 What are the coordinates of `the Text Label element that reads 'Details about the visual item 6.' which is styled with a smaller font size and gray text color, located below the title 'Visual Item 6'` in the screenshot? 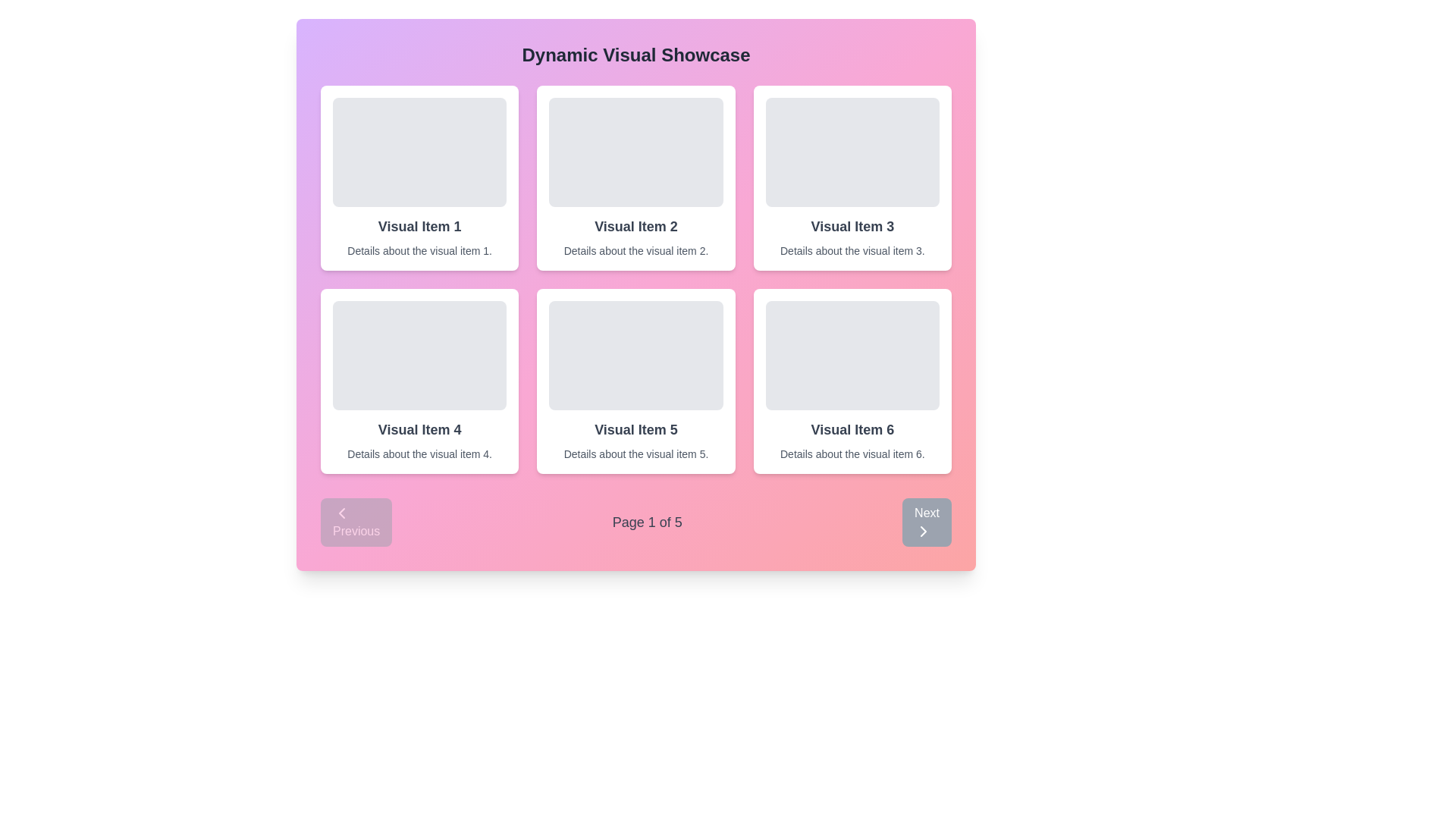 It's located at (852, 453).